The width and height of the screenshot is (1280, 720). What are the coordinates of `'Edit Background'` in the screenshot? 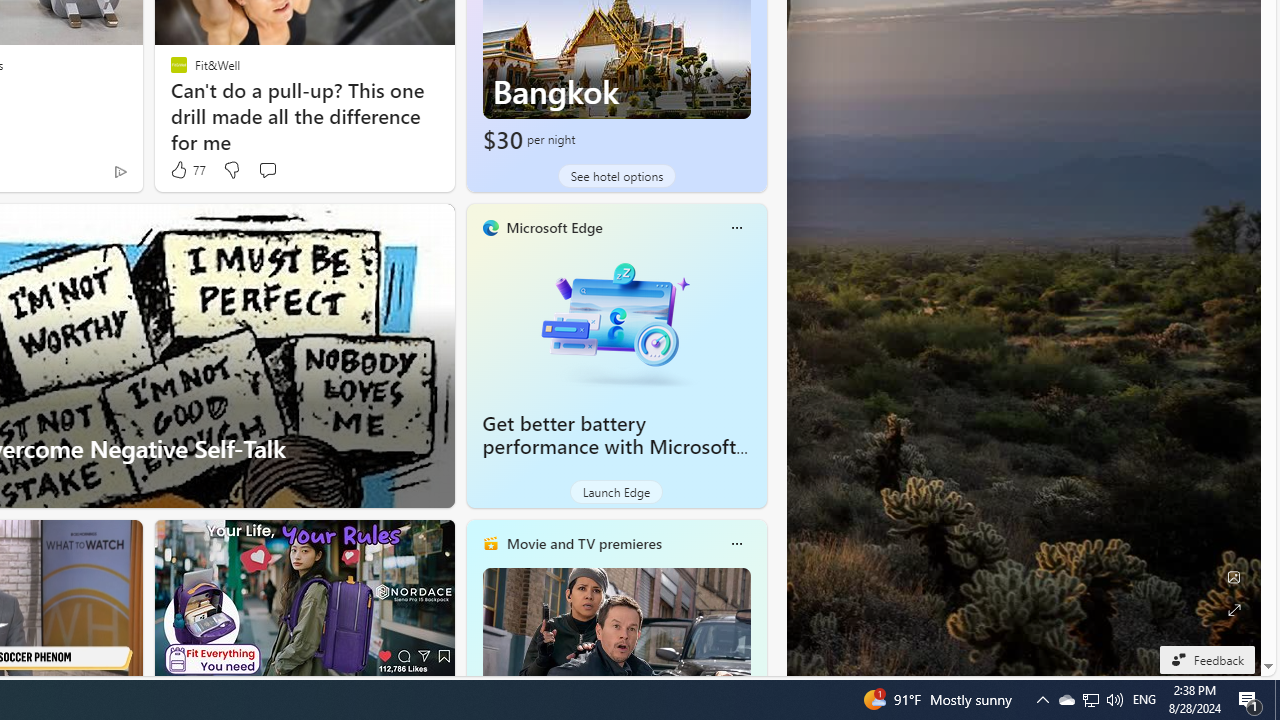 It's located at (1232, 577).